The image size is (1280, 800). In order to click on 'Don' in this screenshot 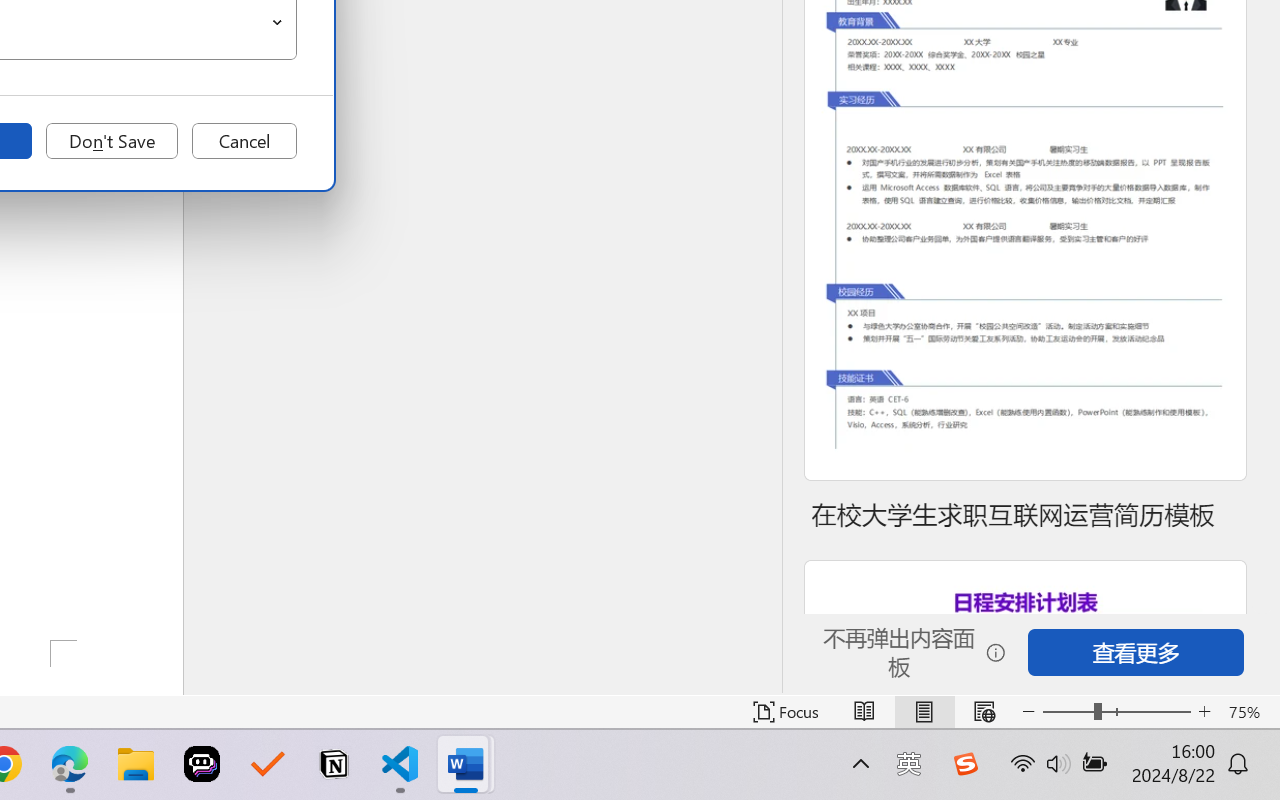, I will do `click(111, 141)`.